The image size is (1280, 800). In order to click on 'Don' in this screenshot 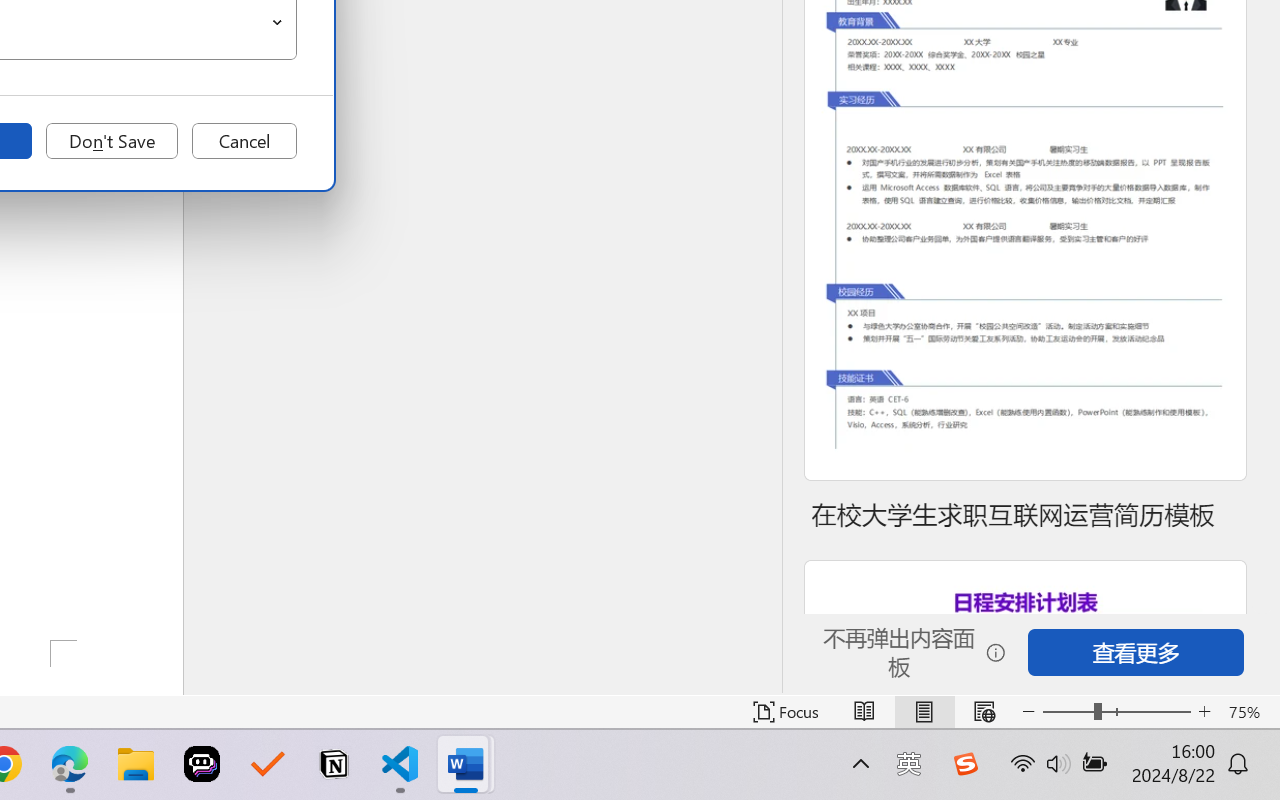, I will do `click(111, 141)`.